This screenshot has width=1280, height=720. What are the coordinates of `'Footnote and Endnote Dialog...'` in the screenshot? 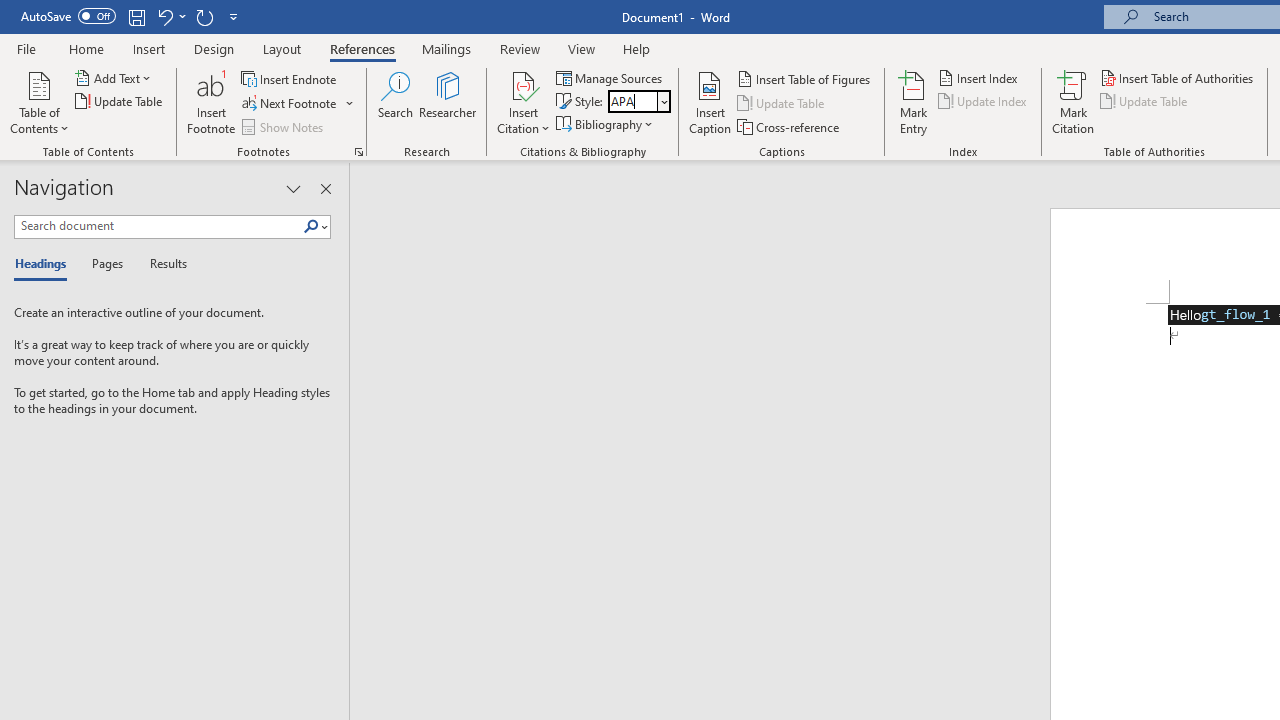 It's located at (359, 150).